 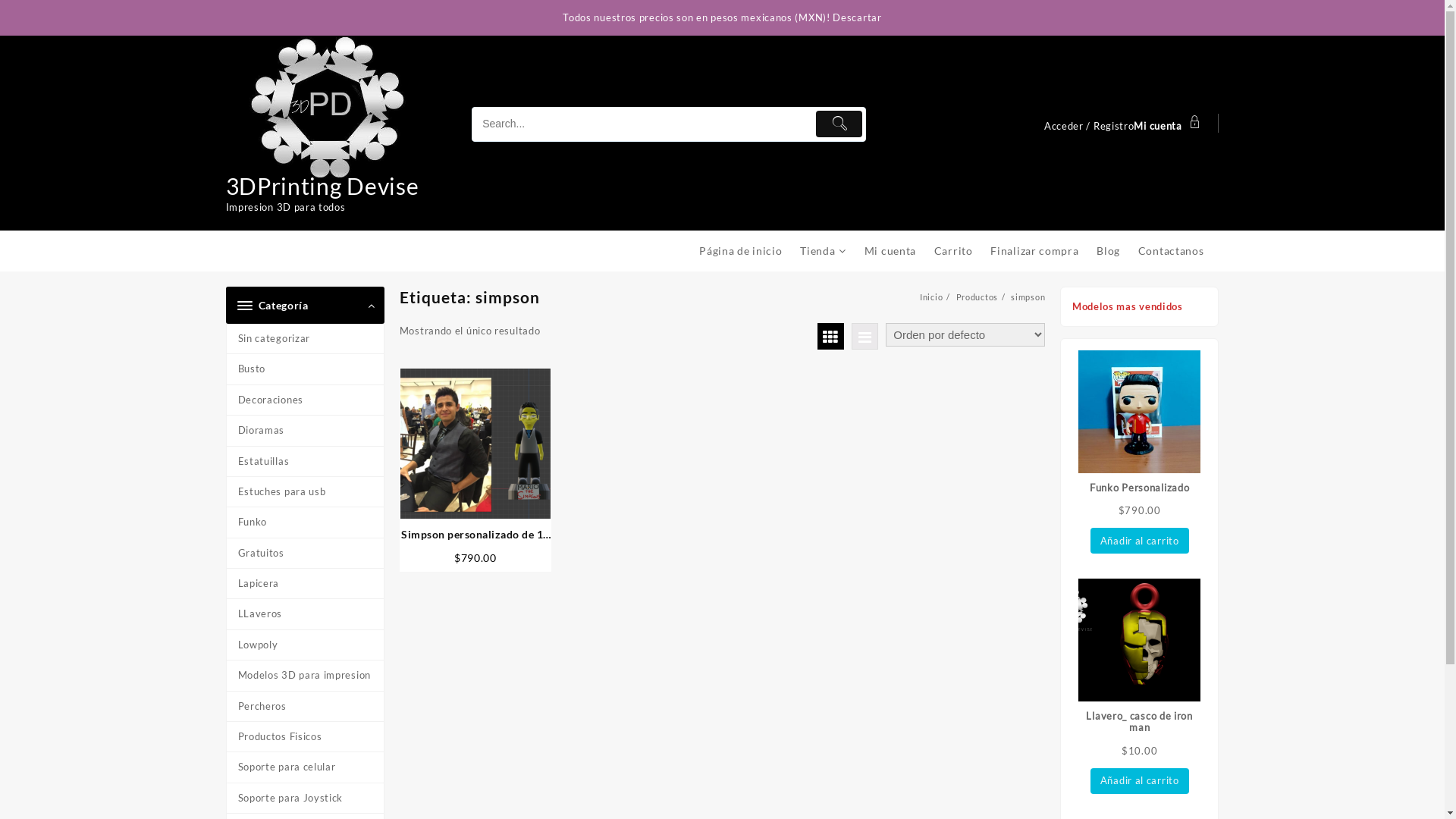 I want to click on 'Estatuillas', so click(x=304, y=461).